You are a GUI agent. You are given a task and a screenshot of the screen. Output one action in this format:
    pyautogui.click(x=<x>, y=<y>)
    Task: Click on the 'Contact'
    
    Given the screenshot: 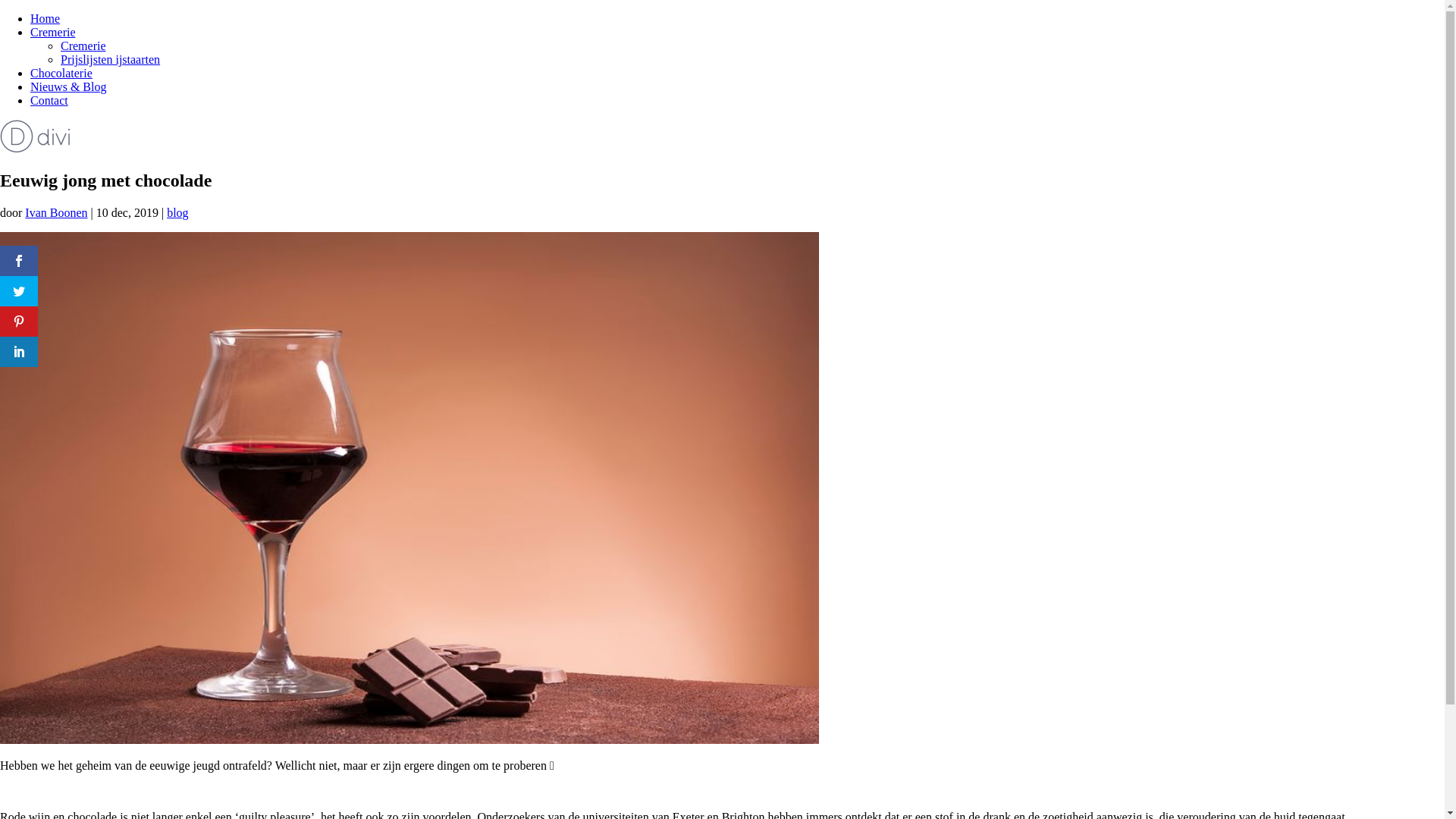 What is the action you would take?
    pyautogui.click(x=49, y=100)
    